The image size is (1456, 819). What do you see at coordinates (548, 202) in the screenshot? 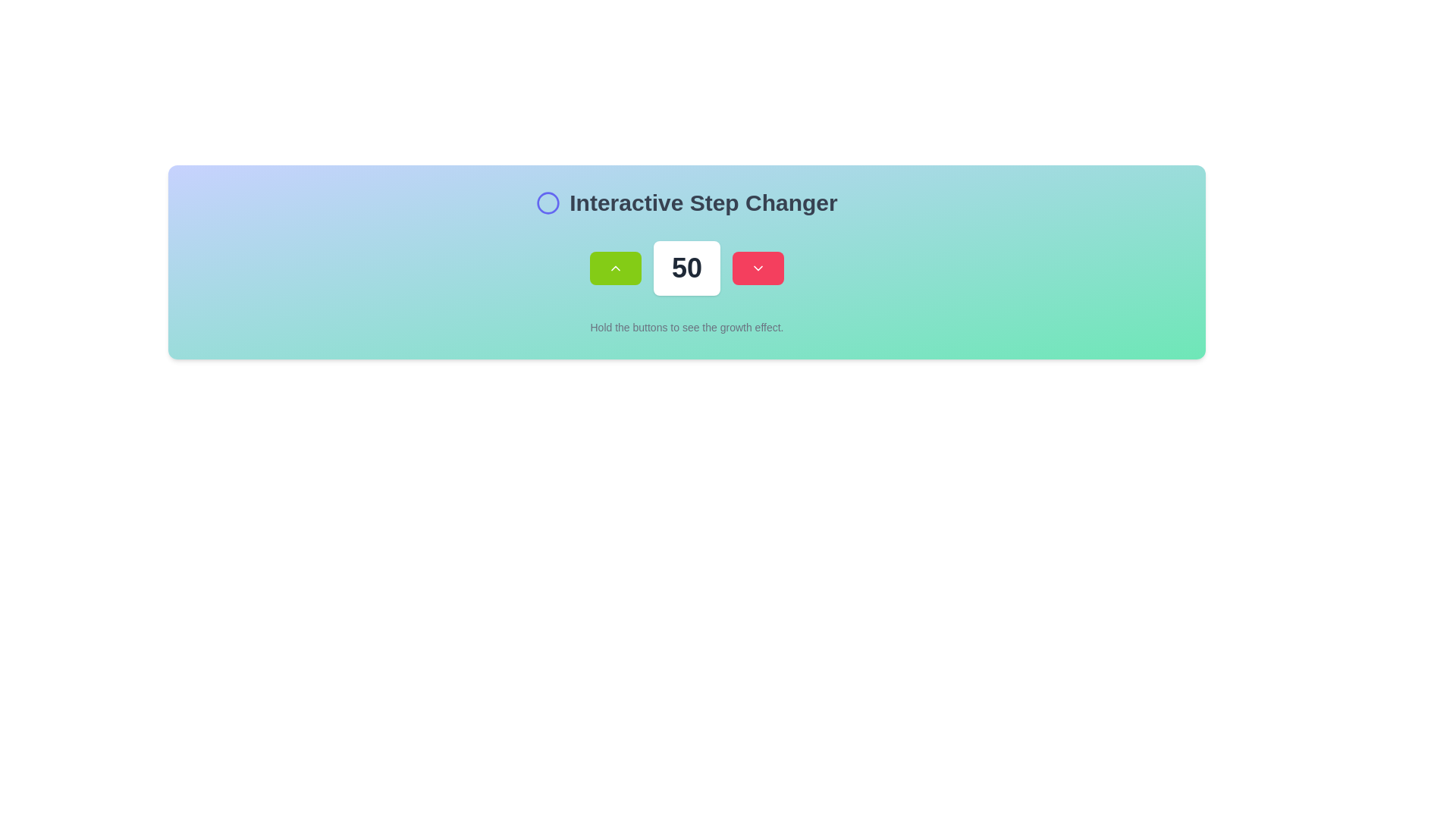
I see `the circular icon with an indigo border located on the left side of the 'Interactive Step Changer' text label for additional feedback` at bounding box center [548, 202].